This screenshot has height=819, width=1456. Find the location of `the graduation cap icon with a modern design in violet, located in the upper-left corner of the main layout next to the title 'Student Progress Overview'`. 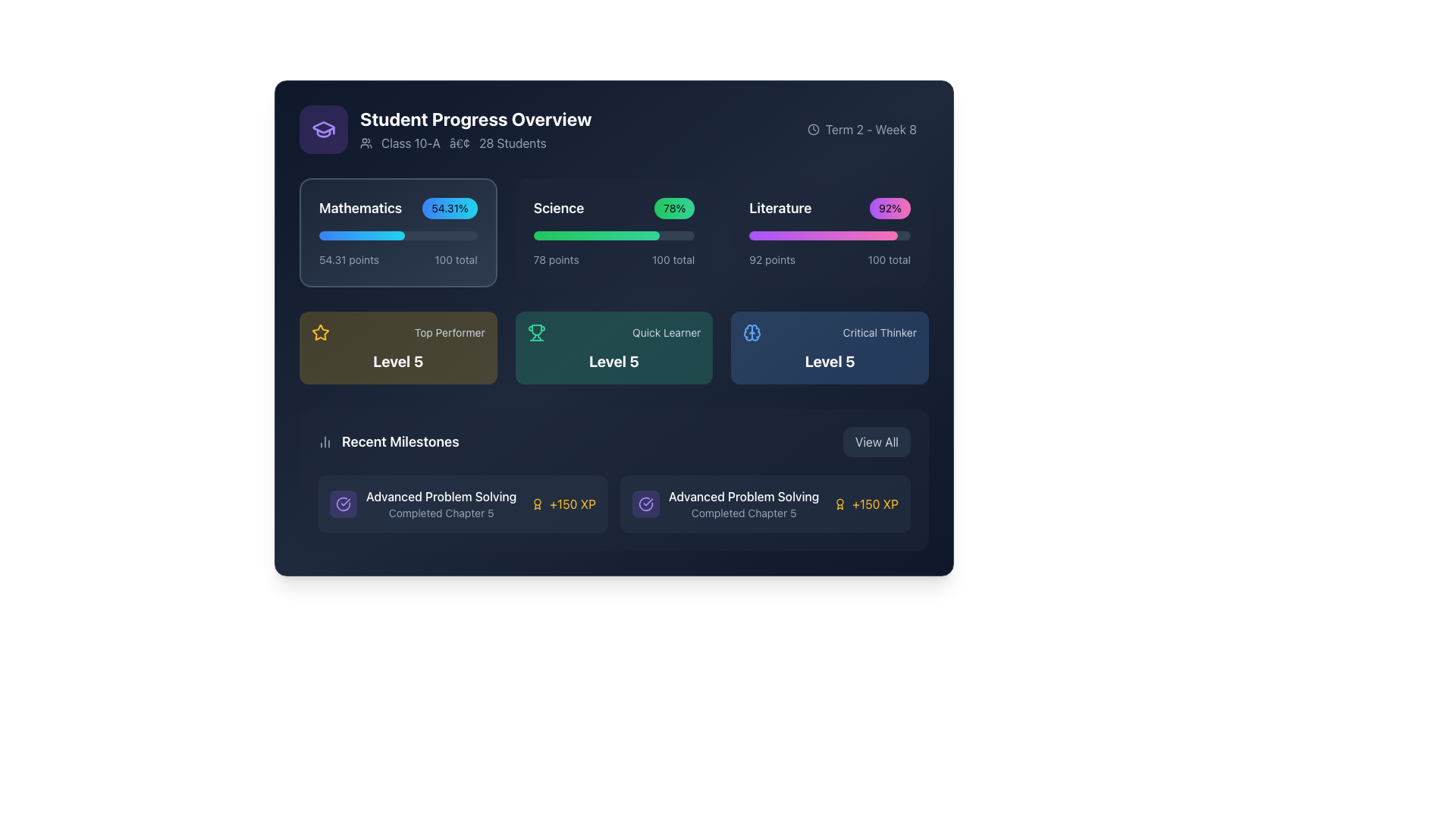

the graduation cap icon with a modern design in violet, located in the upper-left corner of the main layout next to the title 'Student Progress Overview' is located at coordinates (323, 128).